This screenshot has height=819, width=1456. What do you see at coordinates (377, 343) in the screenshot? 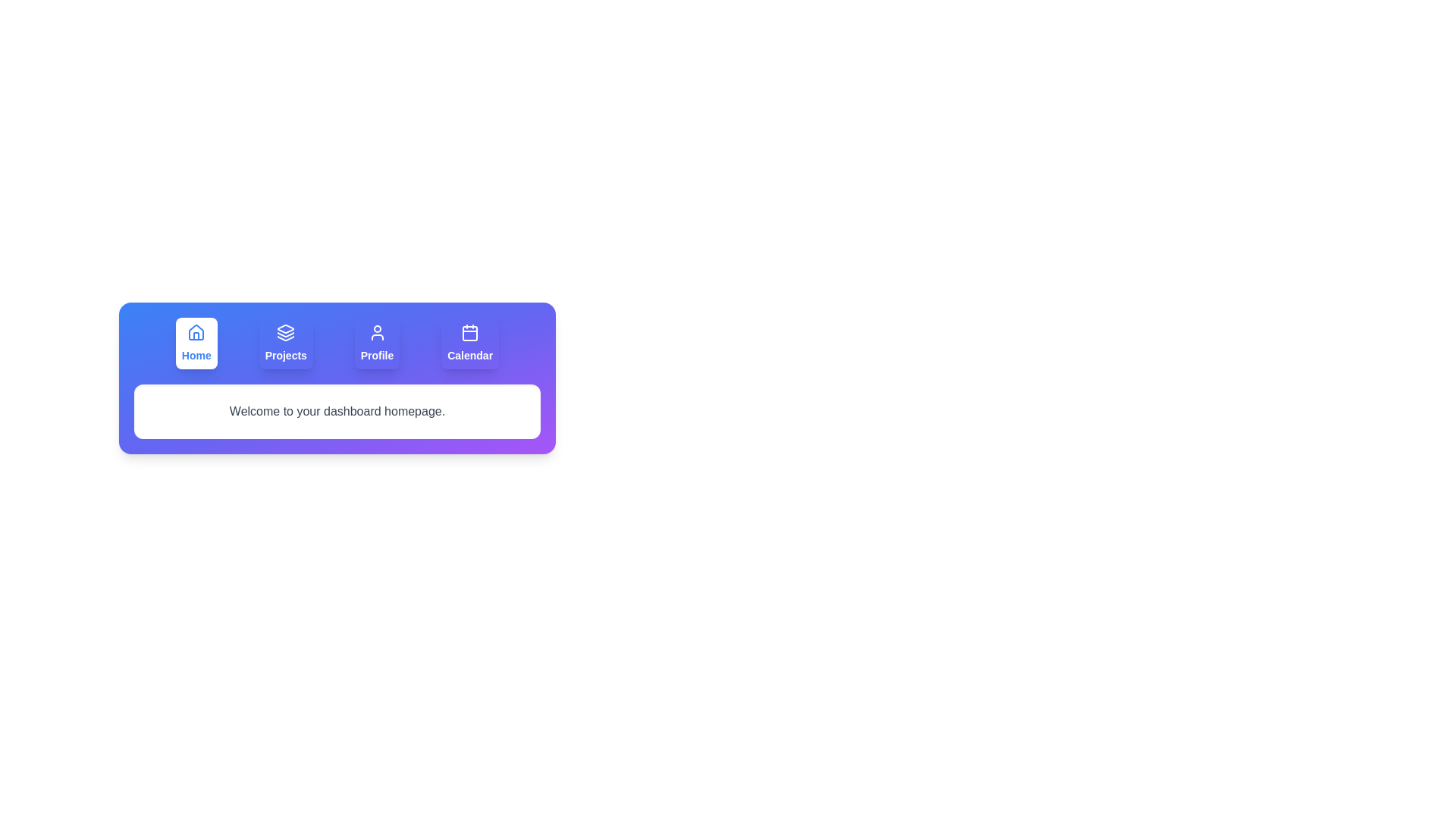
I see `the Profile tab by clicking on its corresponding button` at bounding box center [377, 343].